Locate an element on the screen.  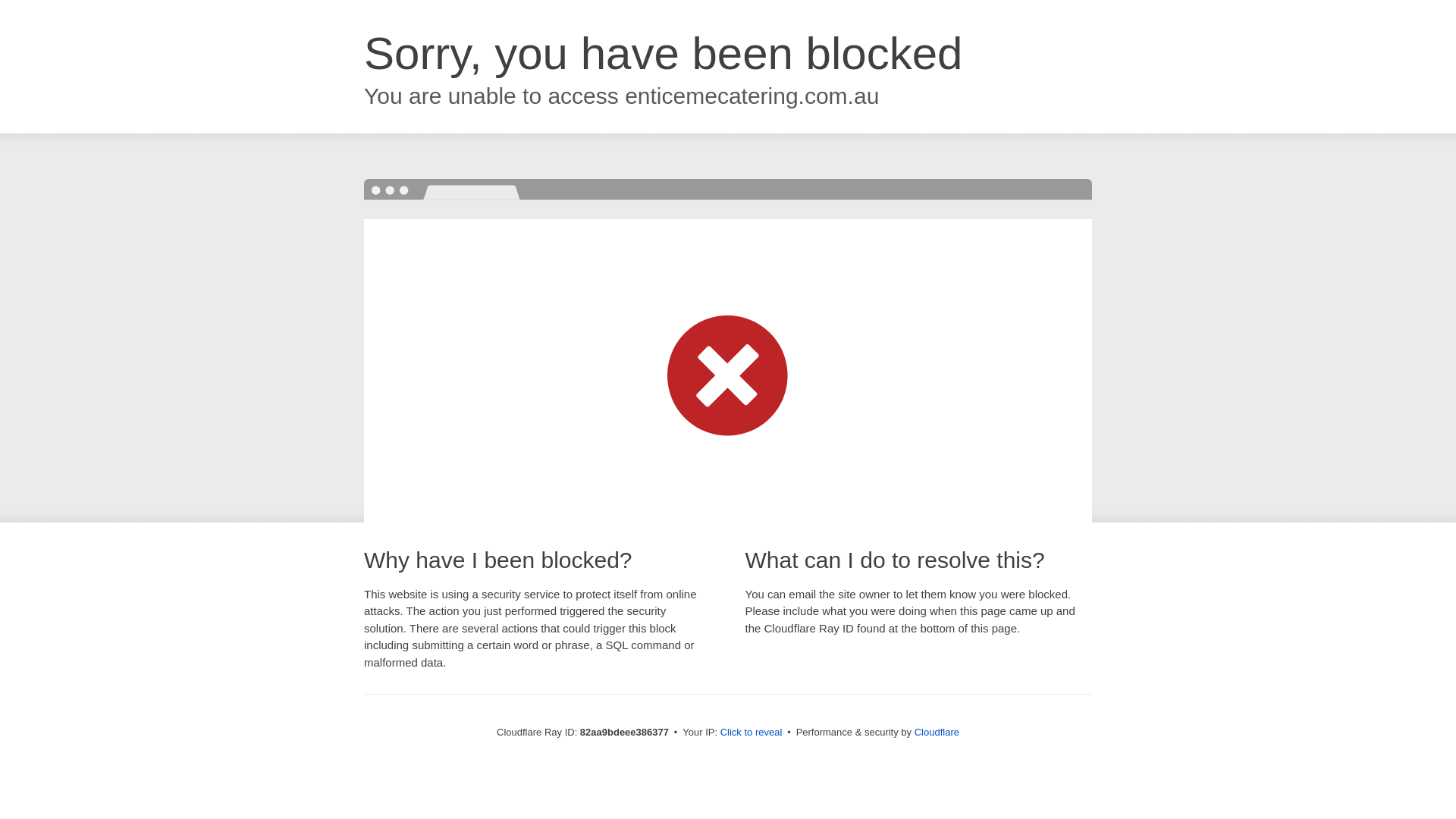
'Cloudflare' is located at coordinates (936, 731).